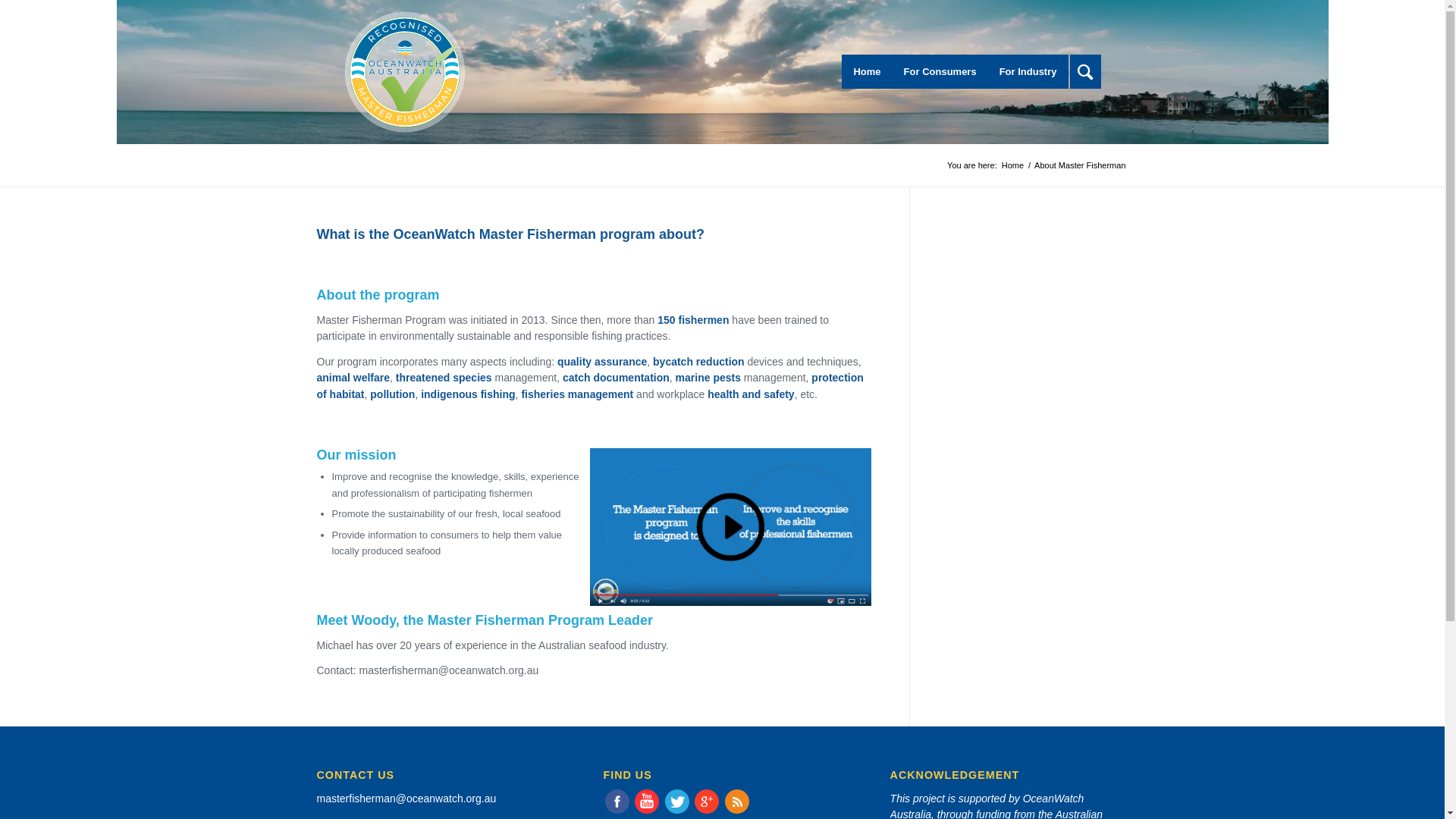 The width and height of the screenshot is (1456, 819). What do you see at coordinates (676, 811) in the screenshot?
I see `'Twitter'` at bounding box center [676, 811].